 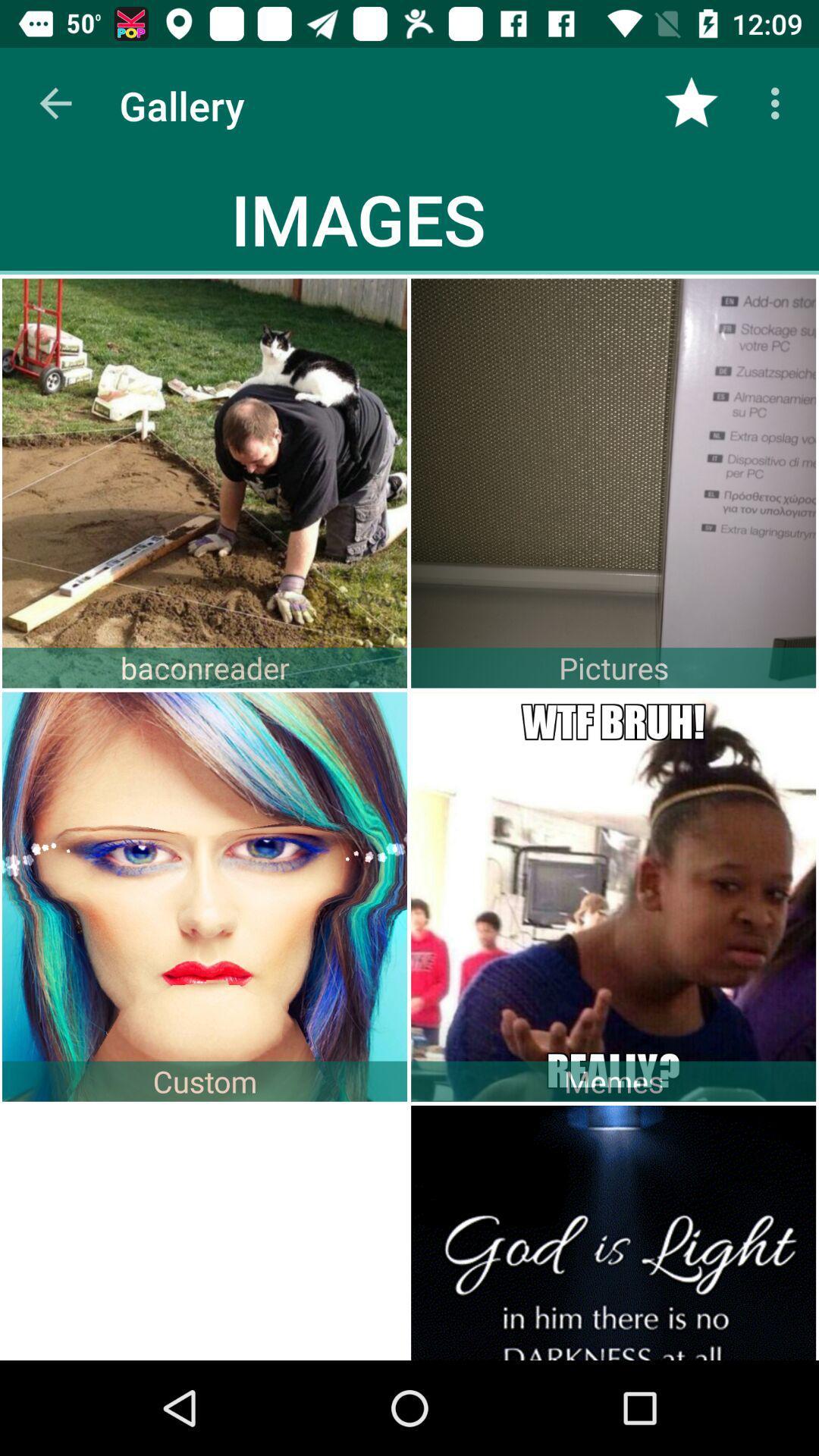 I want to click on icon next to the images       icon, so click(x=691, y=102).